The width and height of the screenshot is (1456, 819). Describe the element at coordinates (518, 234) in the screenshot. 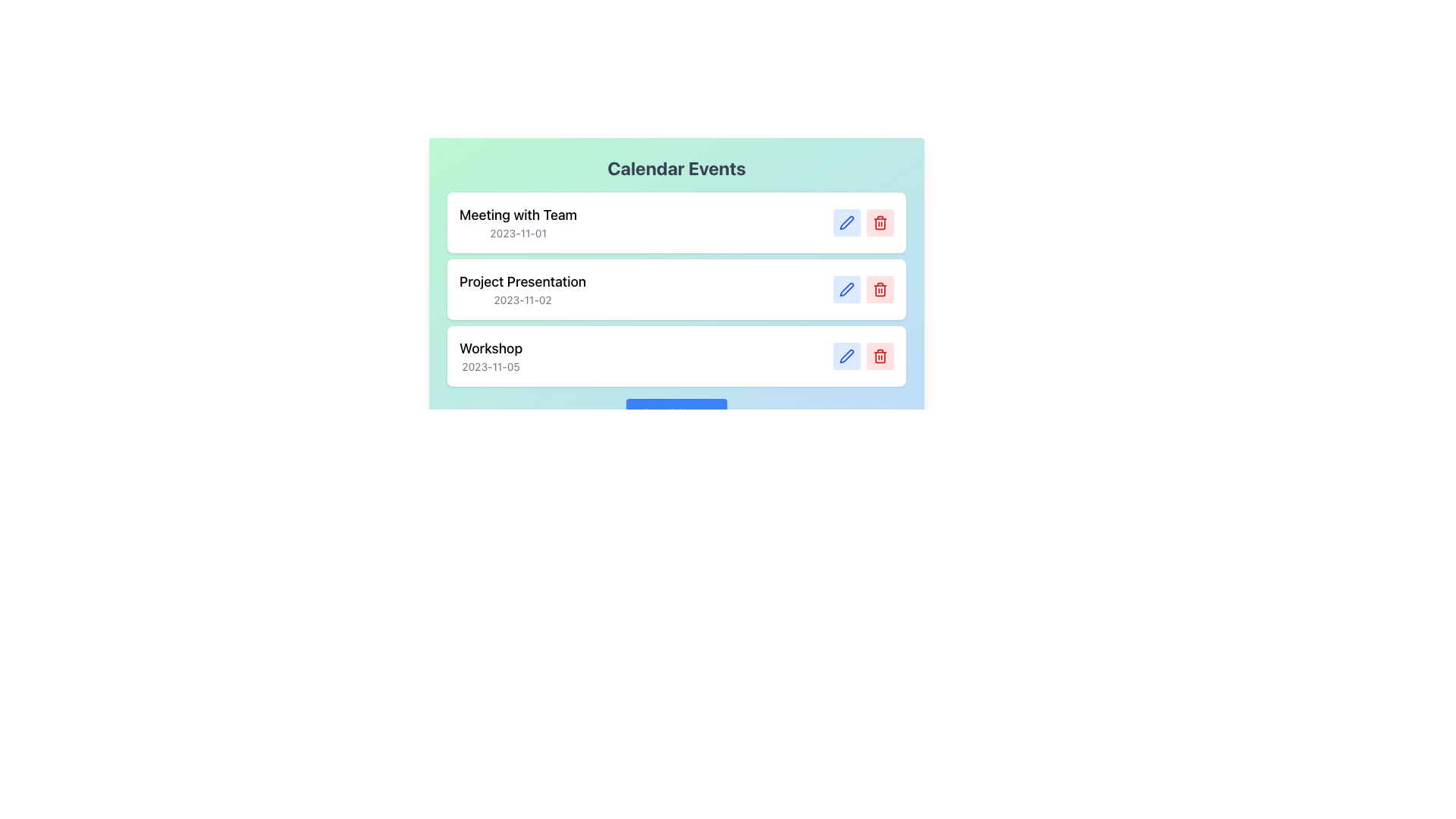

I see `the text label displaying the date '2023-11-01', which is located below the 'Meeting with Team' heading in a card` at that location.